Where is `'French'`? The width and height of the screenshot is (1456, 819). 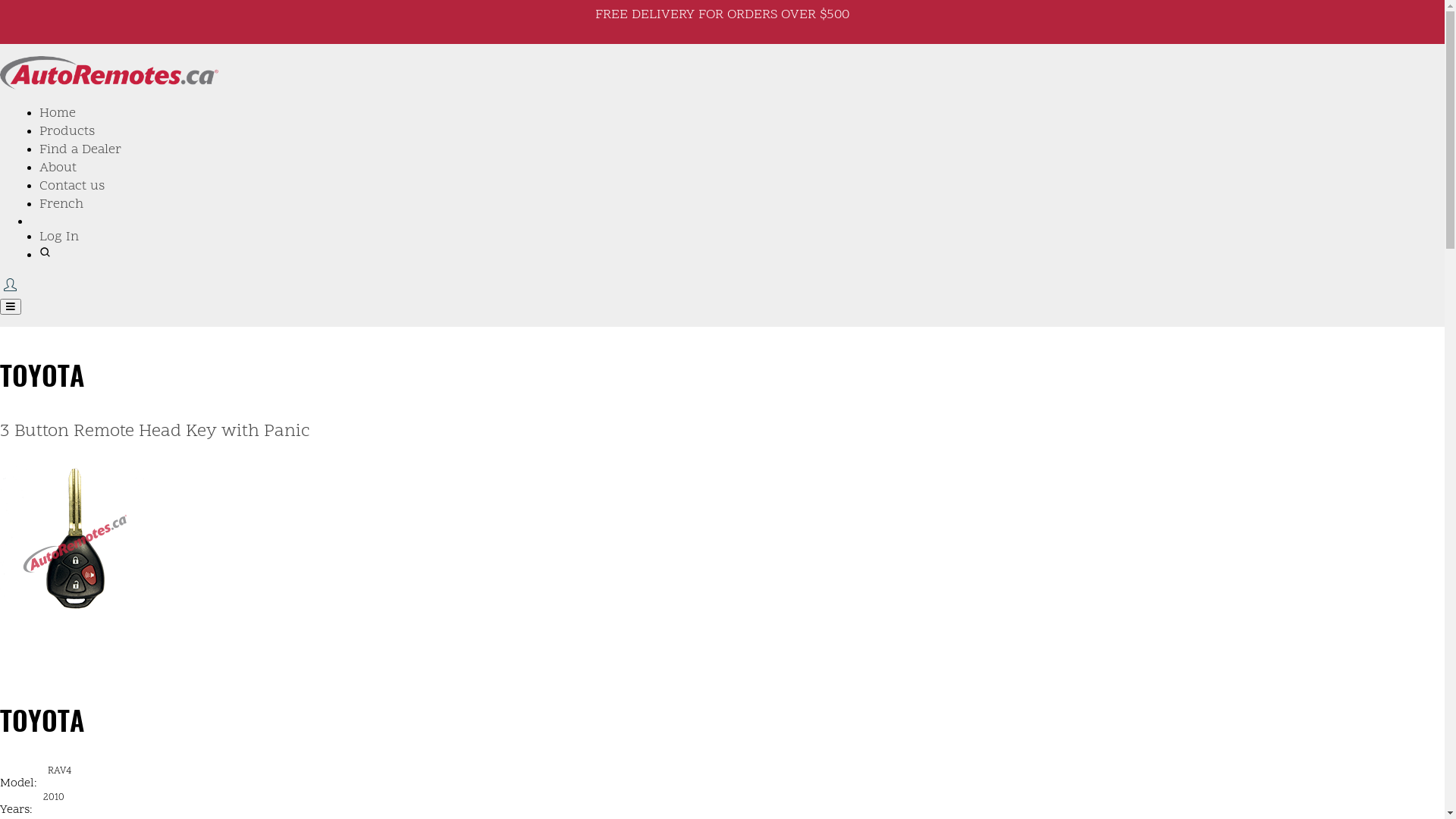
'French' is located at coordinates (61, 203).